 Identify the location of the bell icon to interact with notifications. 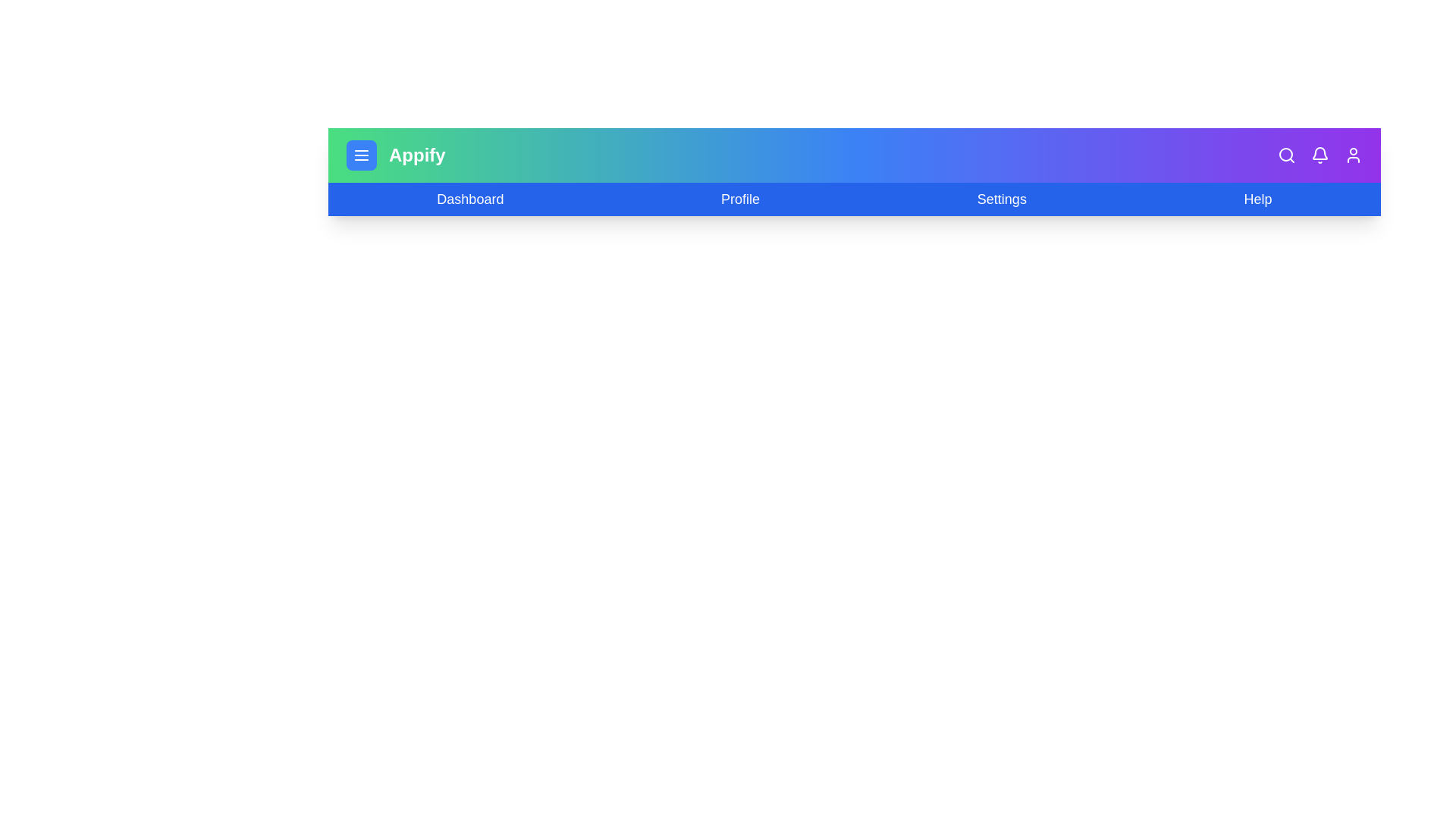
(1319, 155).